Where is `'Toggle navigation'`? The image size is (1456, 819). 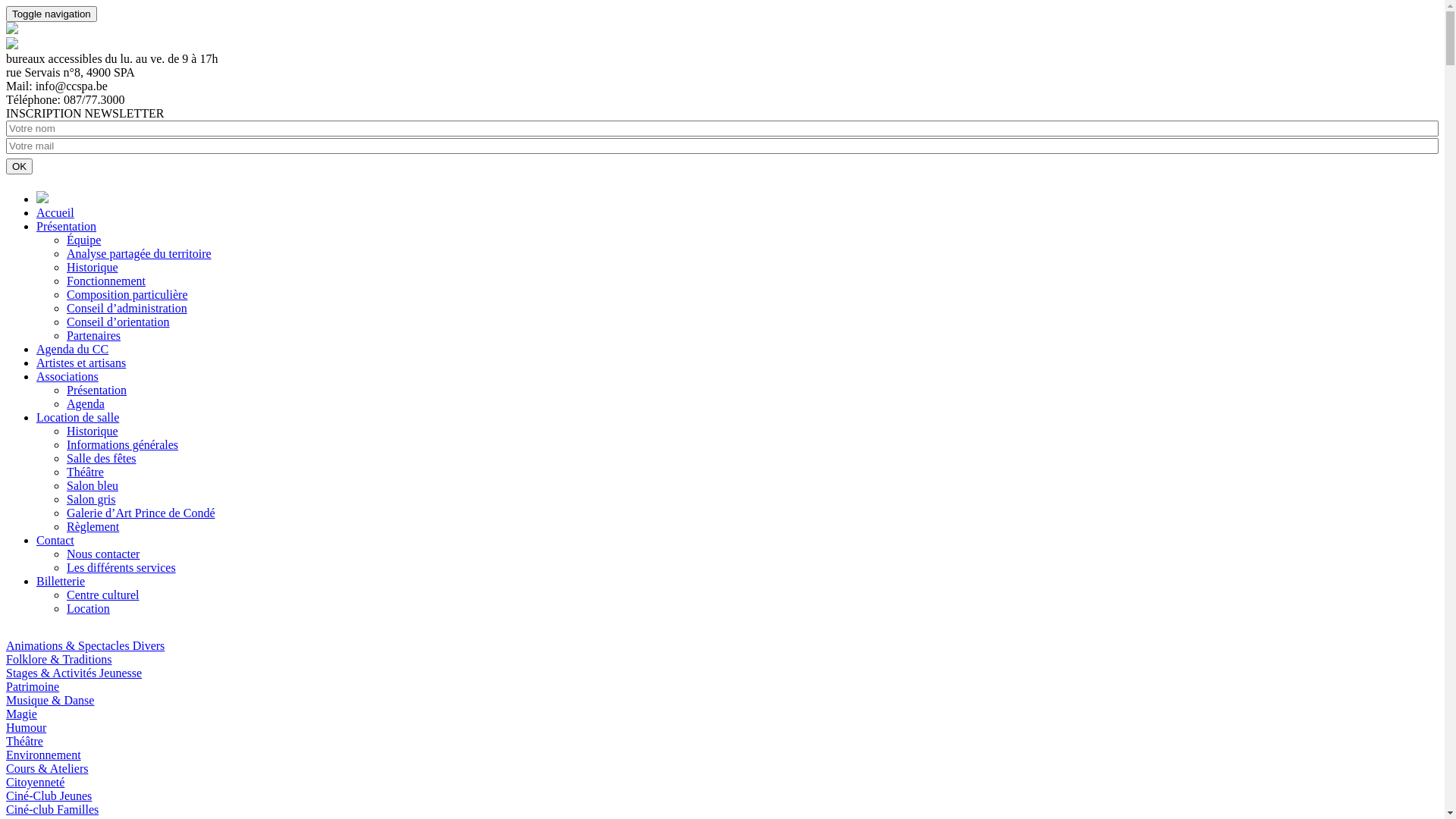 'Toggle navigation' is located at coordinates (51, 14).